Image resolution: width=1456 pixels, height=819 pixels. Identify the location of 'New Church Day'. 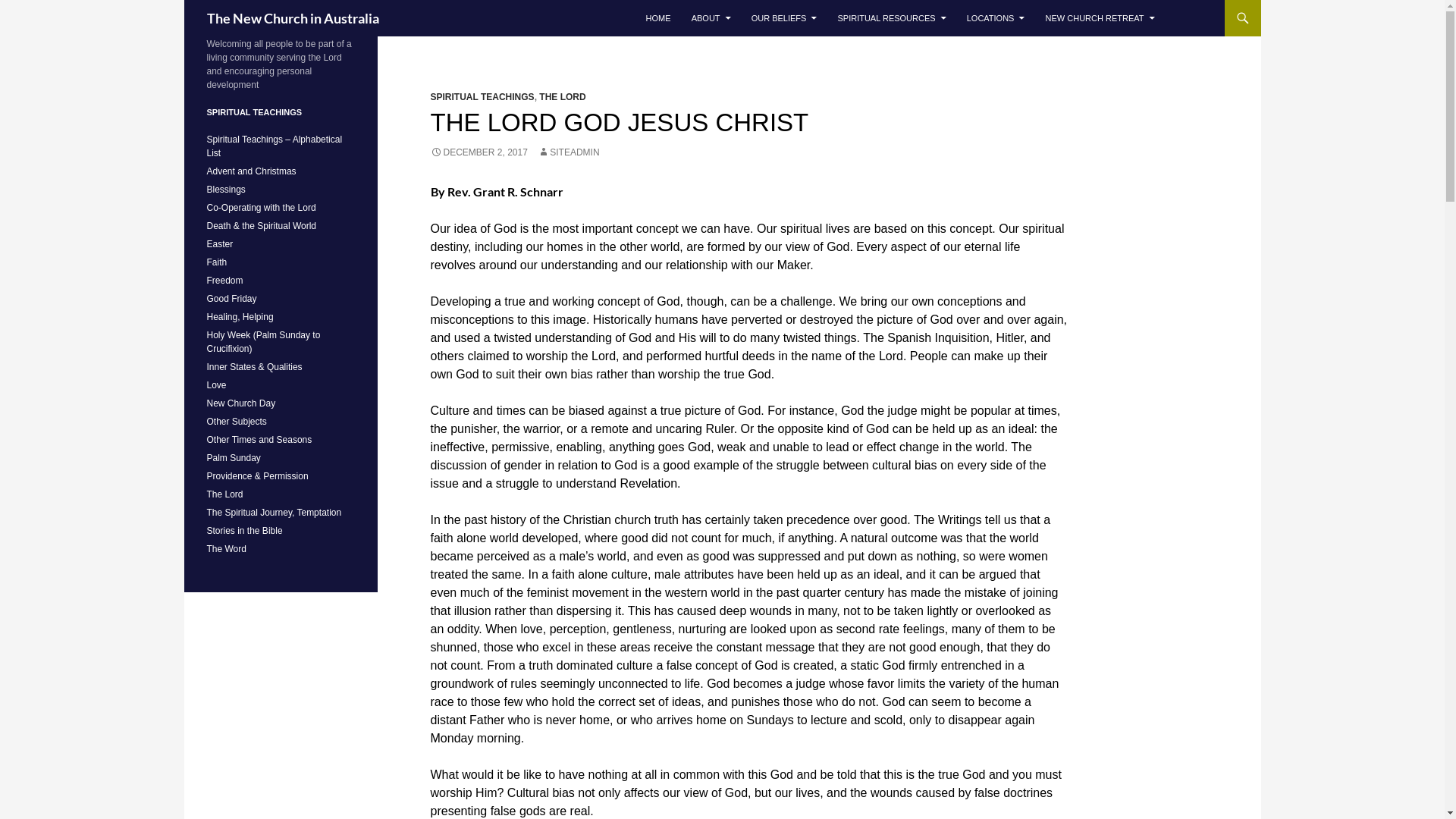
(240, 403).